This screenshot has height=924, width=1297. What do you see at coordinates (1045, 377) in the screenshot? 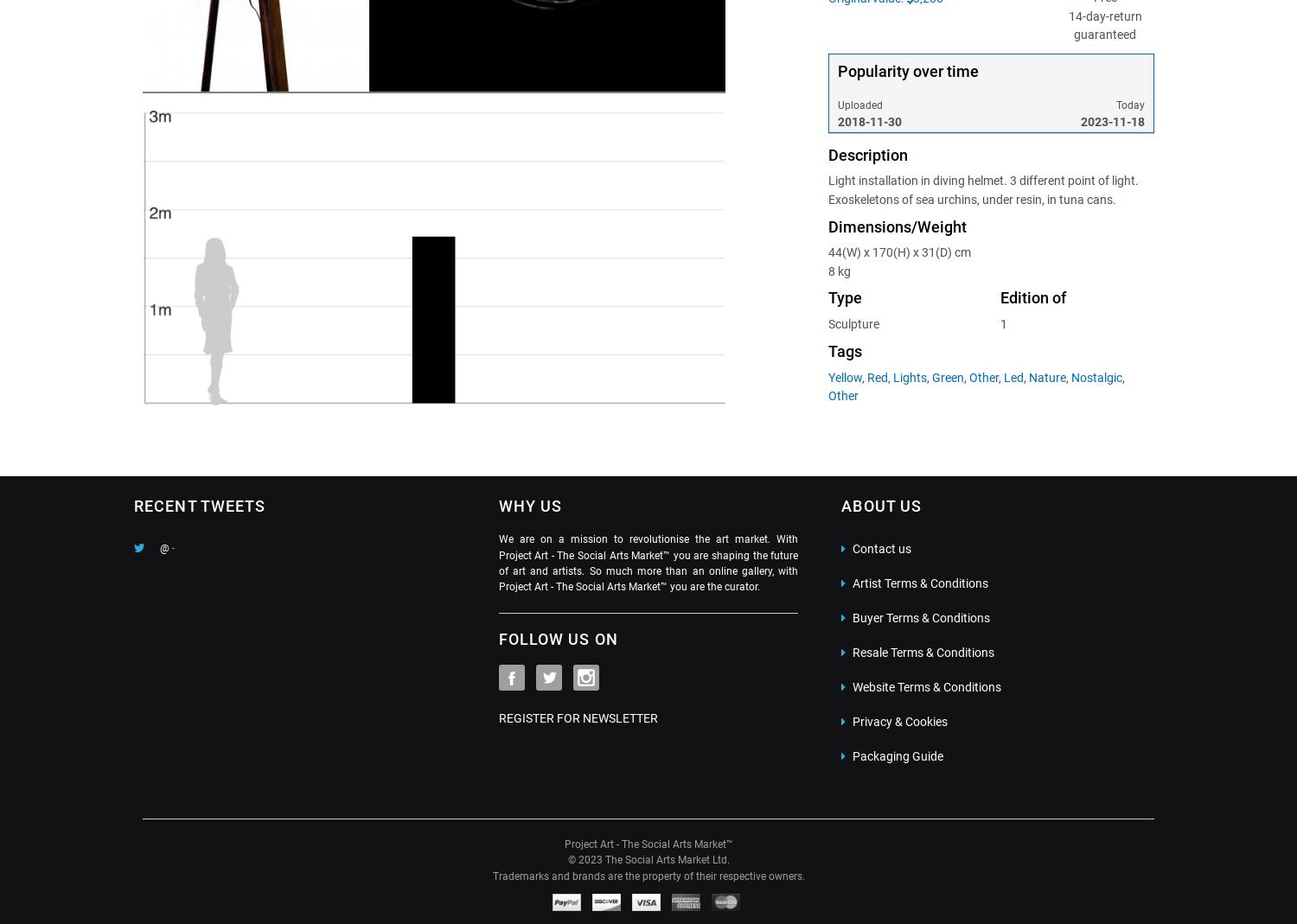
I see `'Nature'` at bounding box center [1045, 377].